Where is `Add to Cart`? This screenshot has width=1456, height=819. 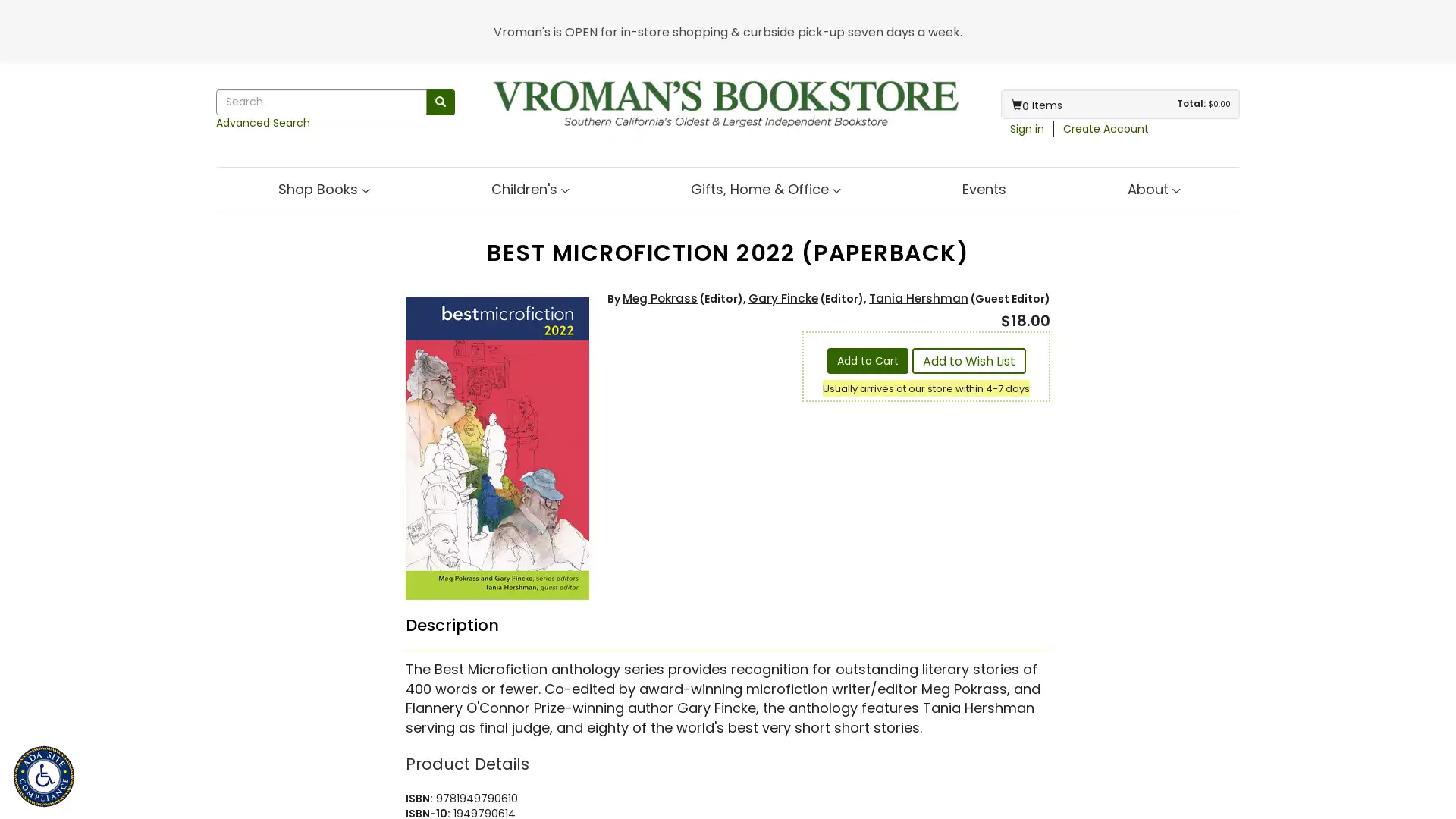 Add to Cart is located at coordinates (867, 360).